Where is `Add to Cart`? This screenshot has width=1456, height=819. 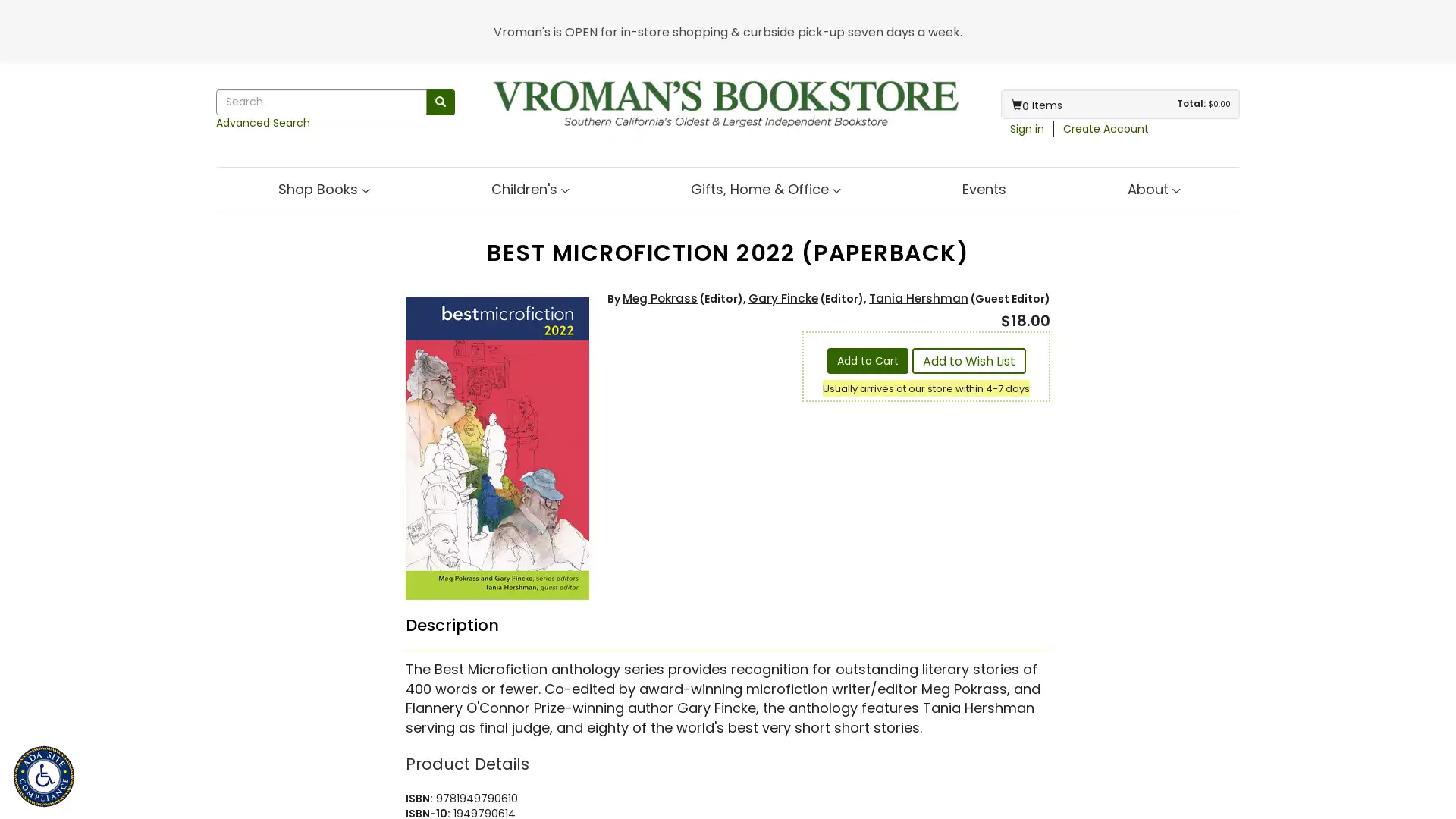 Add to Cart is located at coordinates (867, 360).